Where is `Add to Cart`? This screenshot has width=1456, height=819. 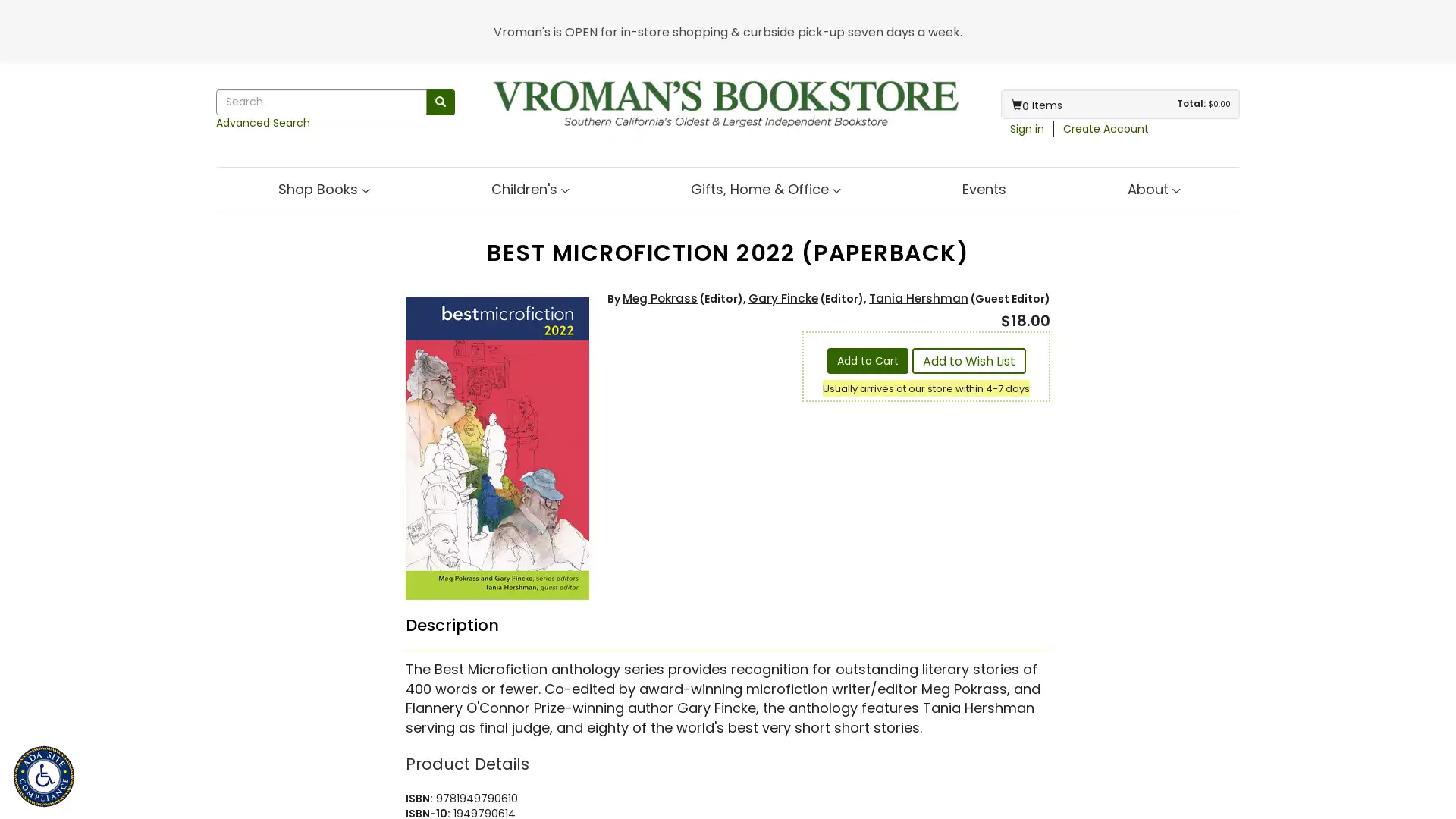 Add to Cart is located at coordinates (867, 360).